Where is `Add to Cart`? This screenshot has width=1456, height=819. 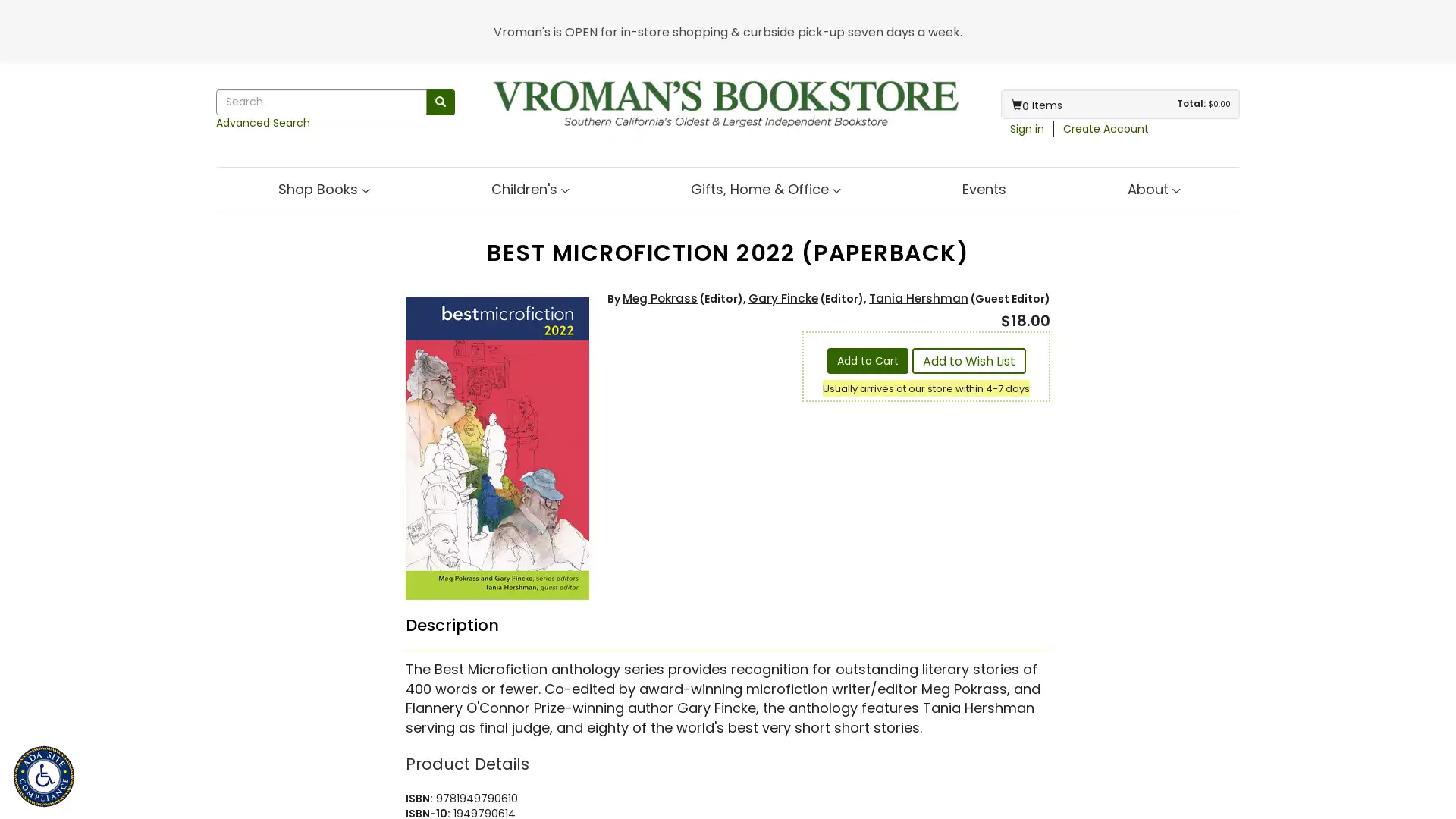 Add to Cart is located at coordinates (867, 360).